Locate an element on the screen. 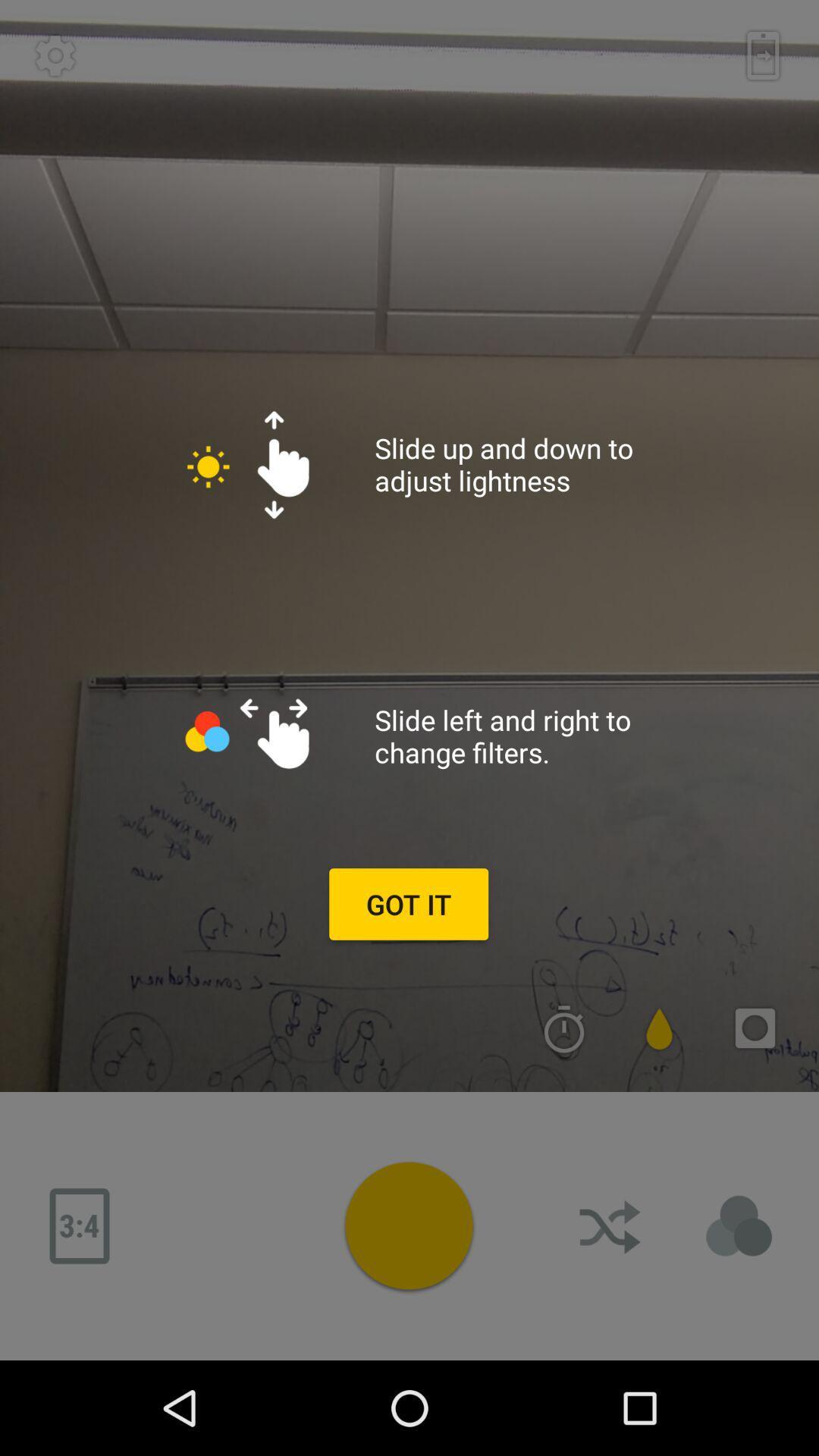  options is located at coordinates (408, 1225).